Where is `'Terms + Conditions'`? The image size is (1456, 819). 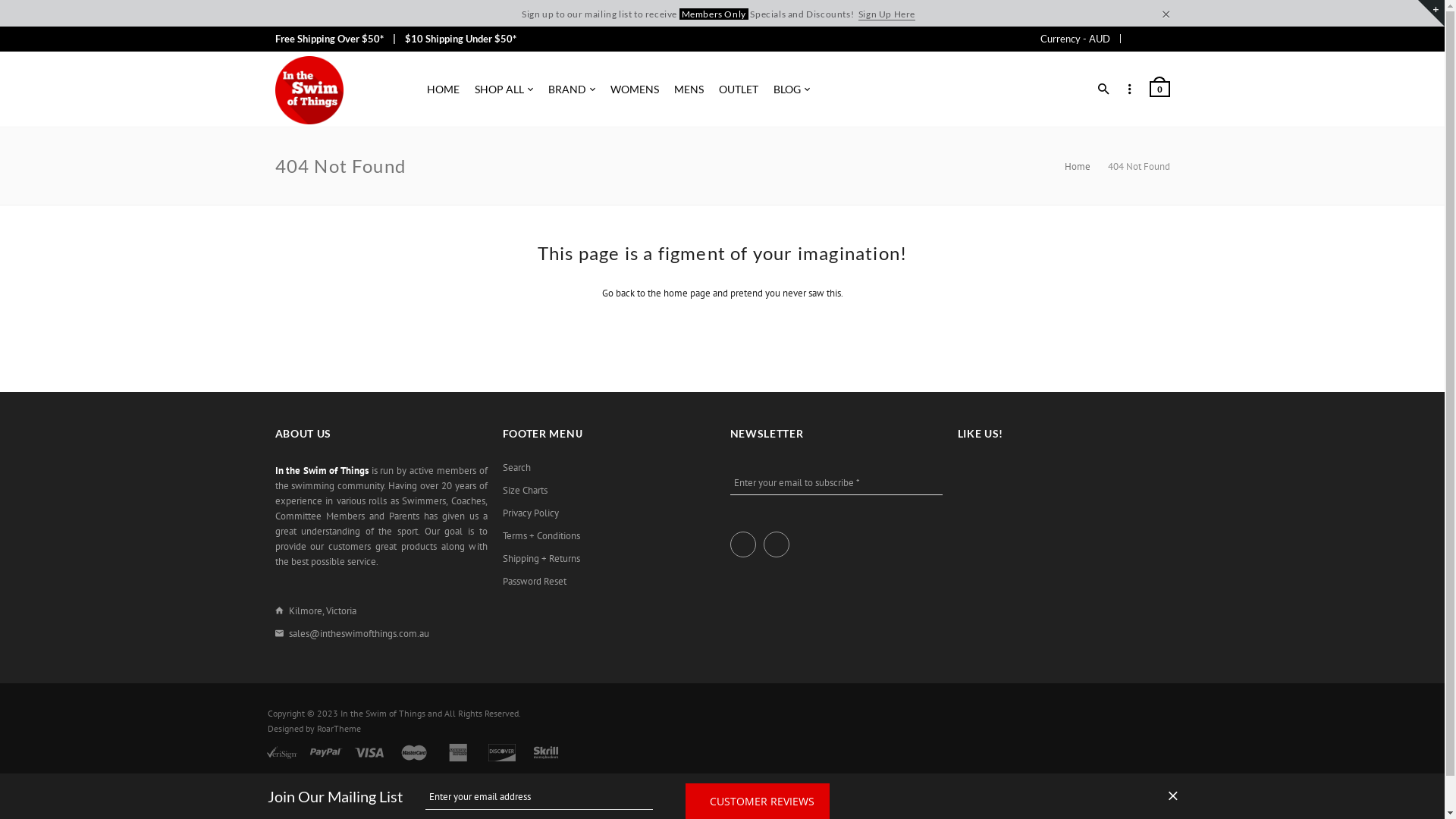
'Terms + Conditions' is located at coordinates (541, 535).